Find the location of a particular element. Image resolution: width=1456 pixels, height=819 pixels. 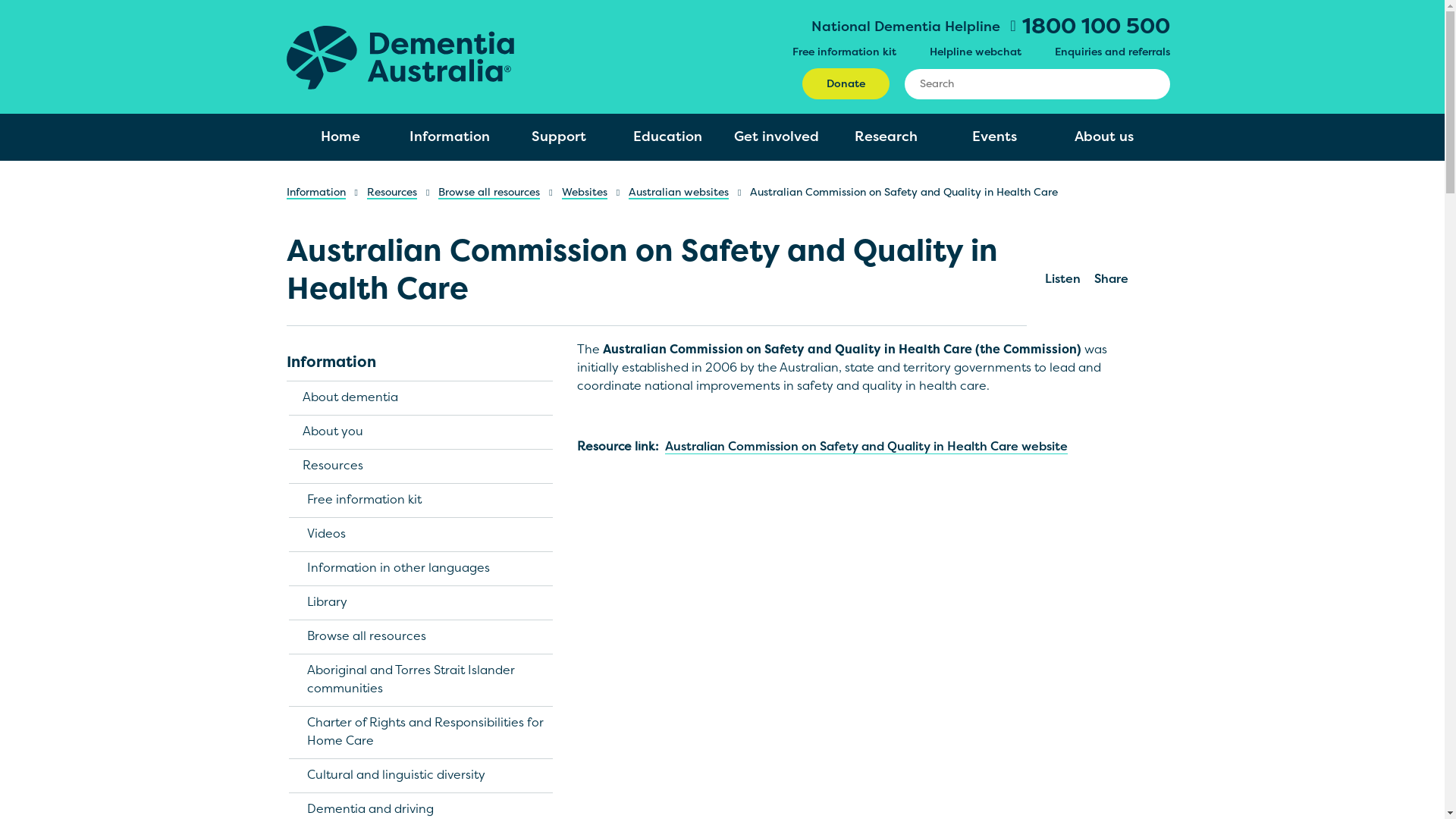

'Free information kit' is located at coordinates (843, 52).